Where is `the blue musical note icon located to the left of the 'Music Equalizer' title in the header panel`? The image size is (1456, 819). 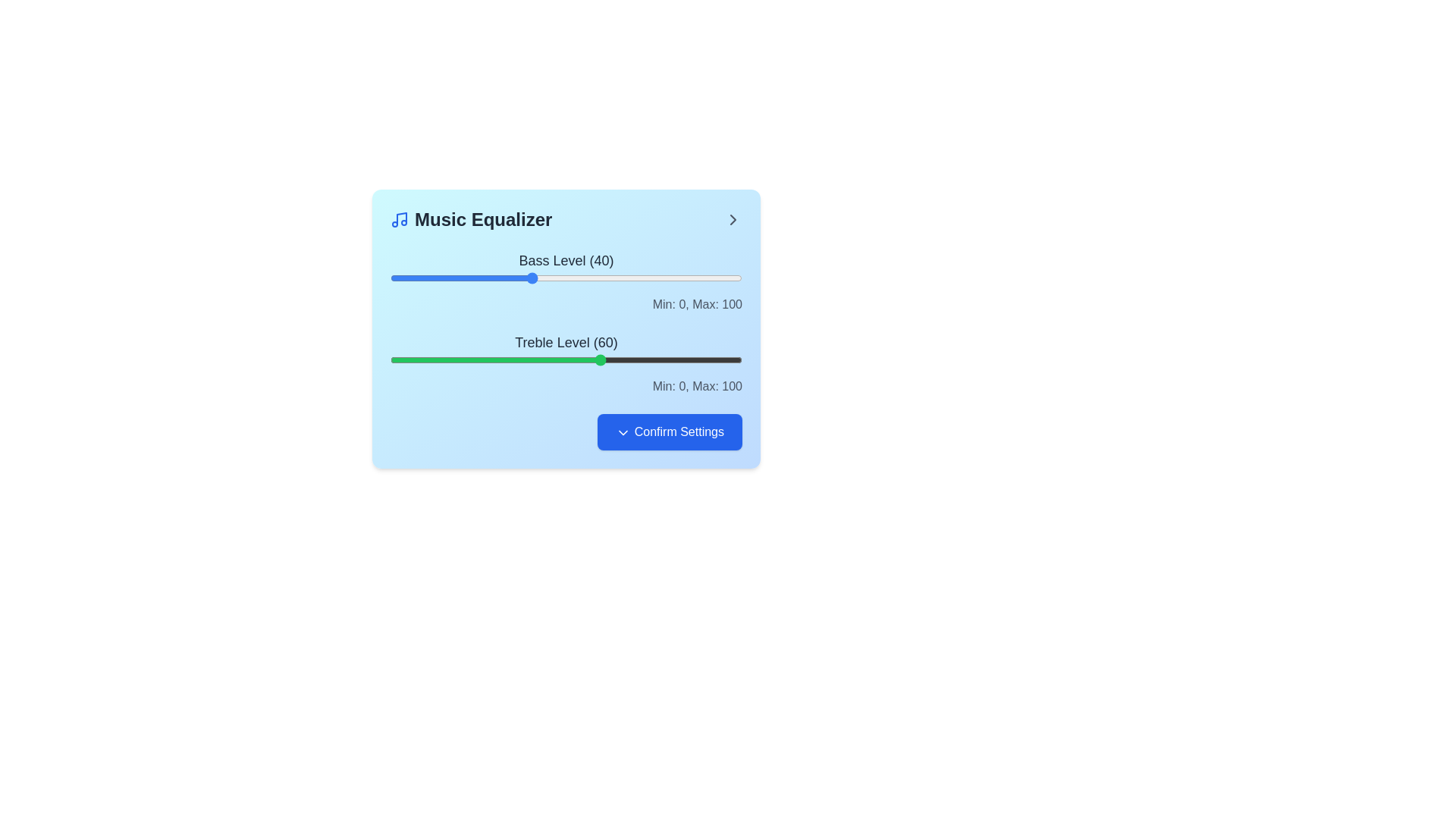 the blue musical note icon located to the left of the 'Music Equalizer' title in the header panel is located at coordinates (400, 219).